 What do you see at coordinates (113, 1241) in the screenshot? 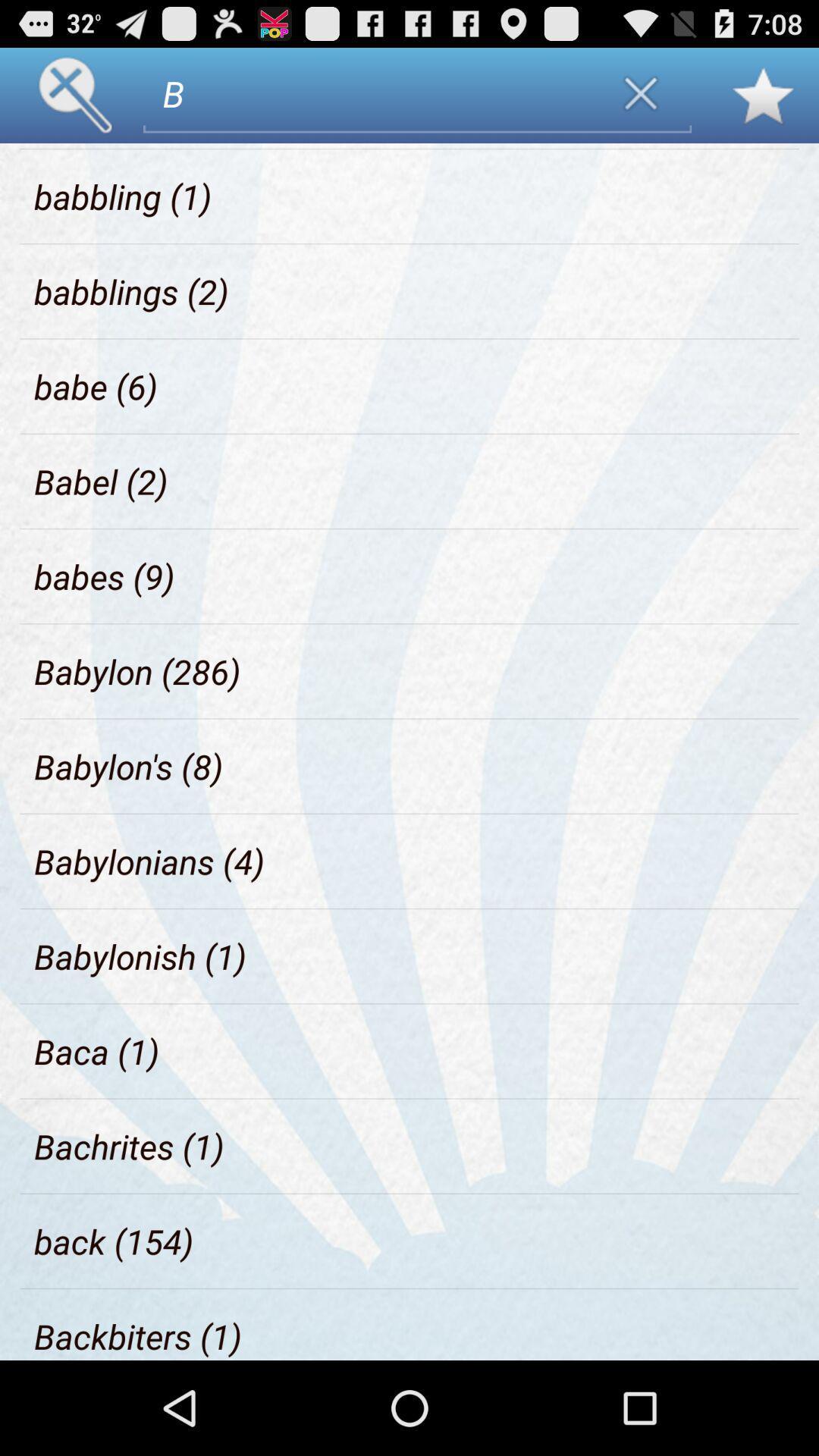
I see `the back (154) icon` at bounding box center [113, 1241].